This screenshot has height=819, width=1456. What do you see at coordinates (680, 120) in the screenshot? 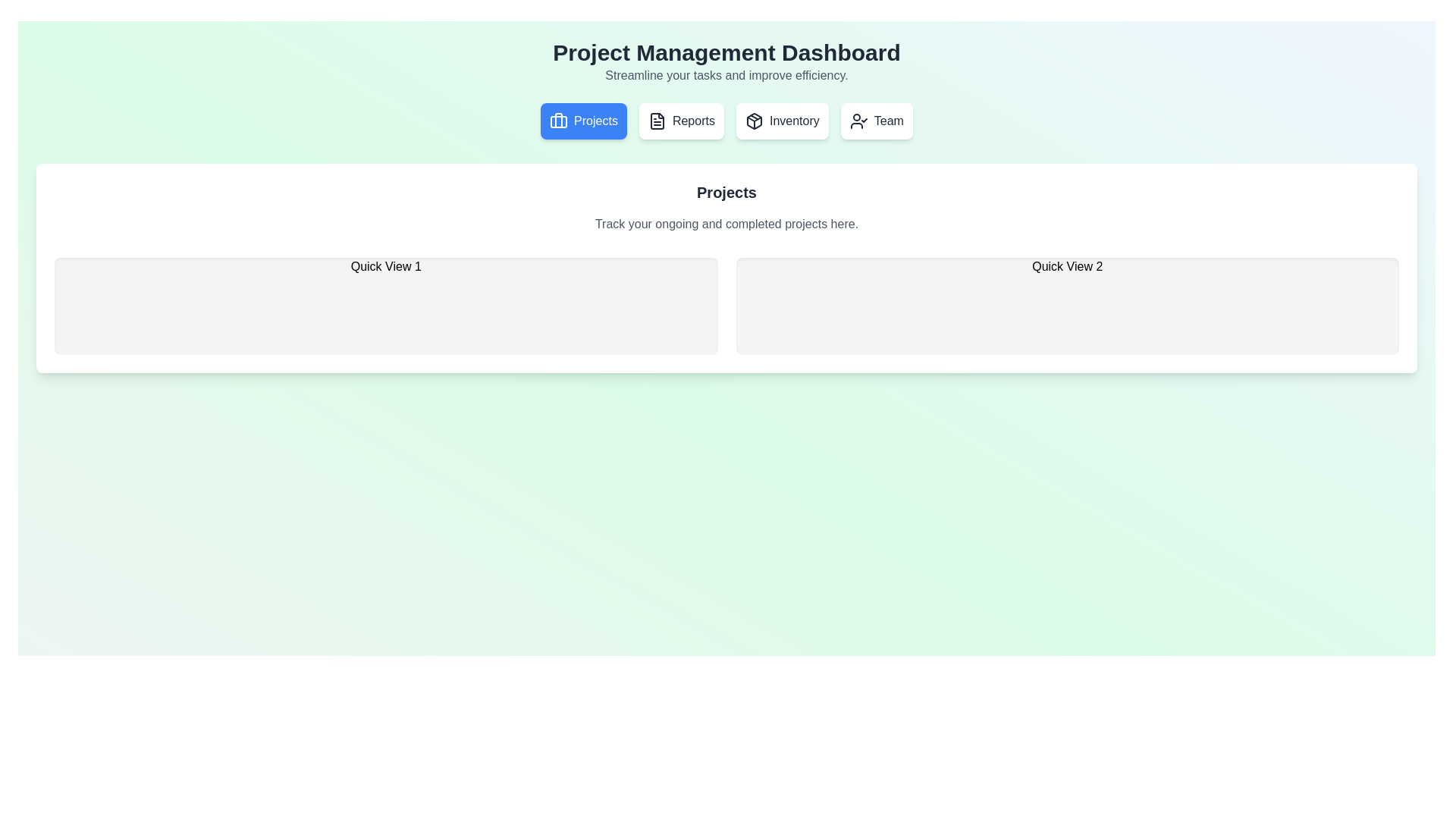
I see `the 'Reports' button, which is the second button in the navigation group located between the 'Projects' button and the 'Inventory' button` at bounding box center [680, 120].